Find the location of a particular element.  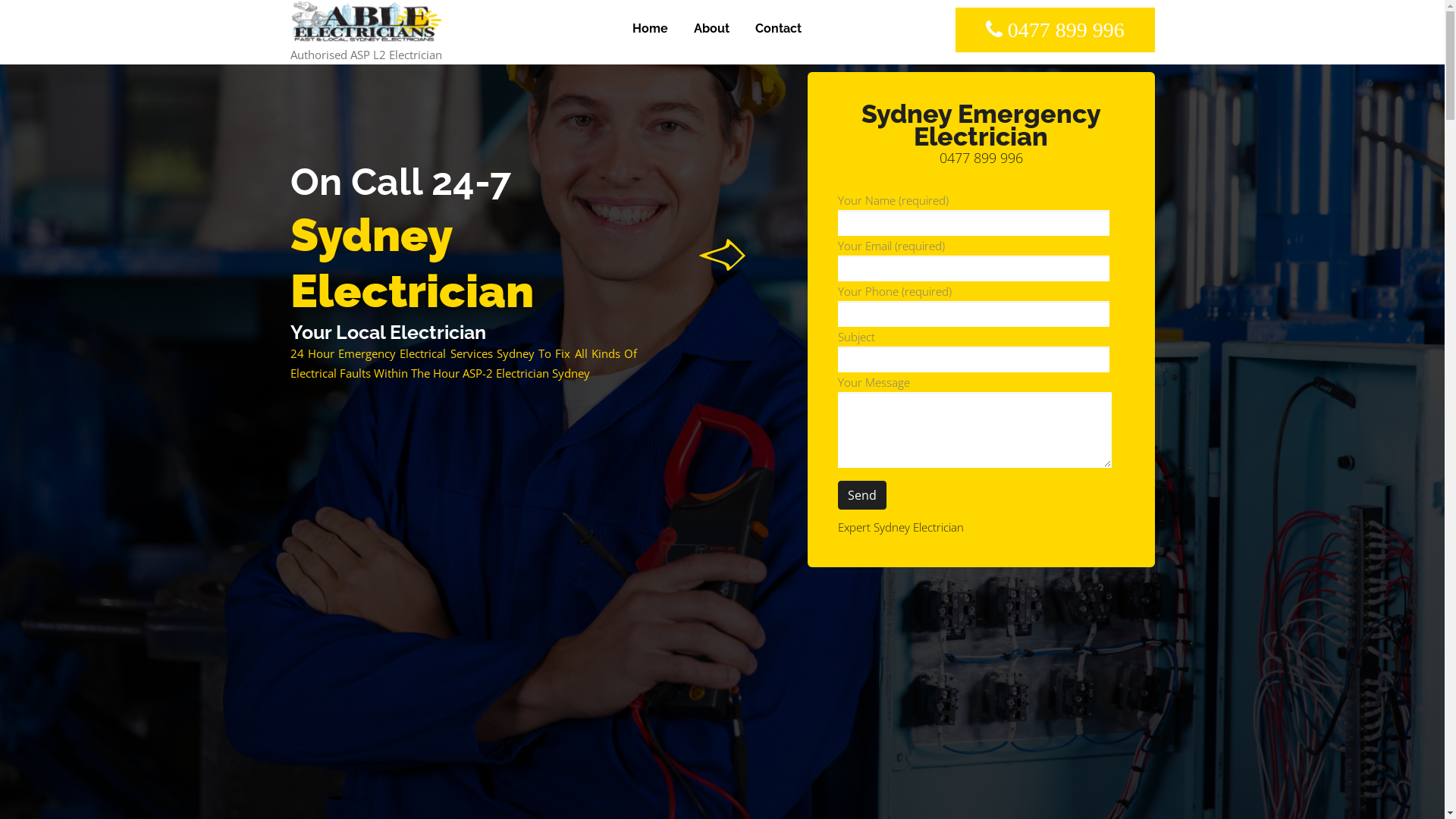

'Send' is located at coordinates (862, 494).